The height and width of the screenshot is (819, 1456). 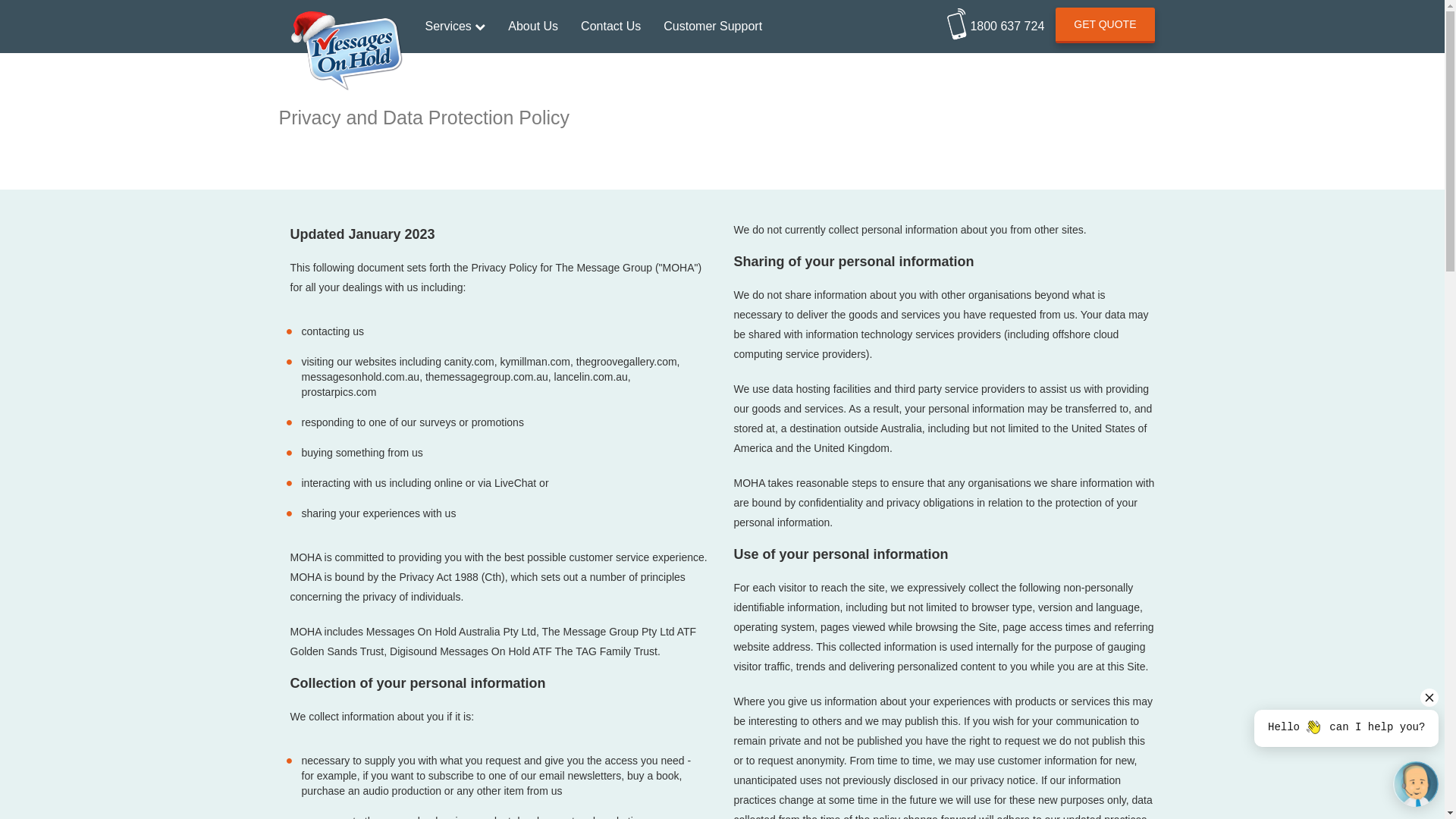 I want to click on 'Messages On Hold Logo', so click(x=345, y=50).